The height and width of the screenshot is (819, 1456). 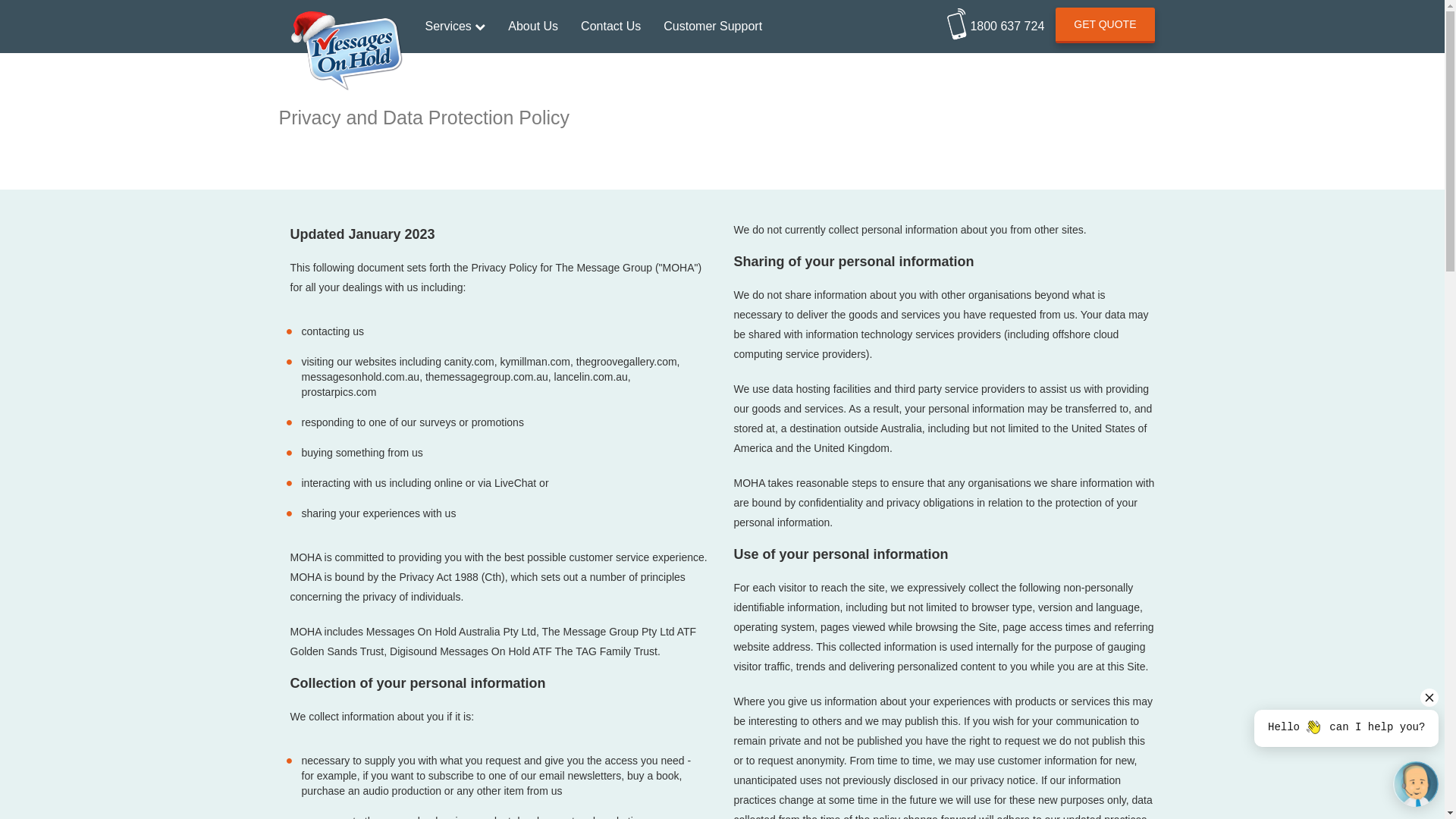 I want to click on 'Messages On Hold Logo', so click(x=345, y=50).